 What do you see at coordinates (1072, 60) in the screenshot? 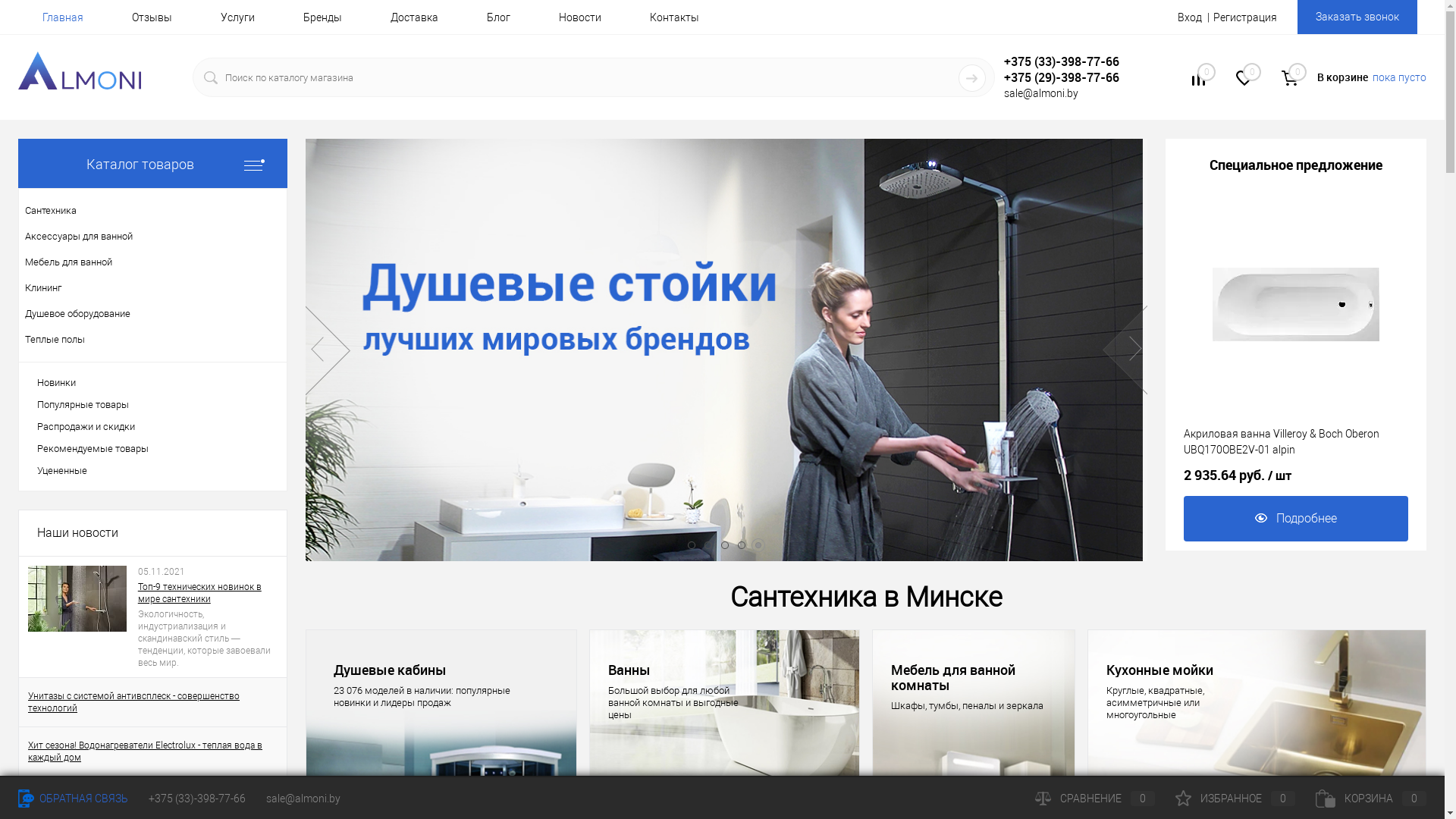
I see `'+375 (33)-398-77-66'` at bounding box center [1072, 60].